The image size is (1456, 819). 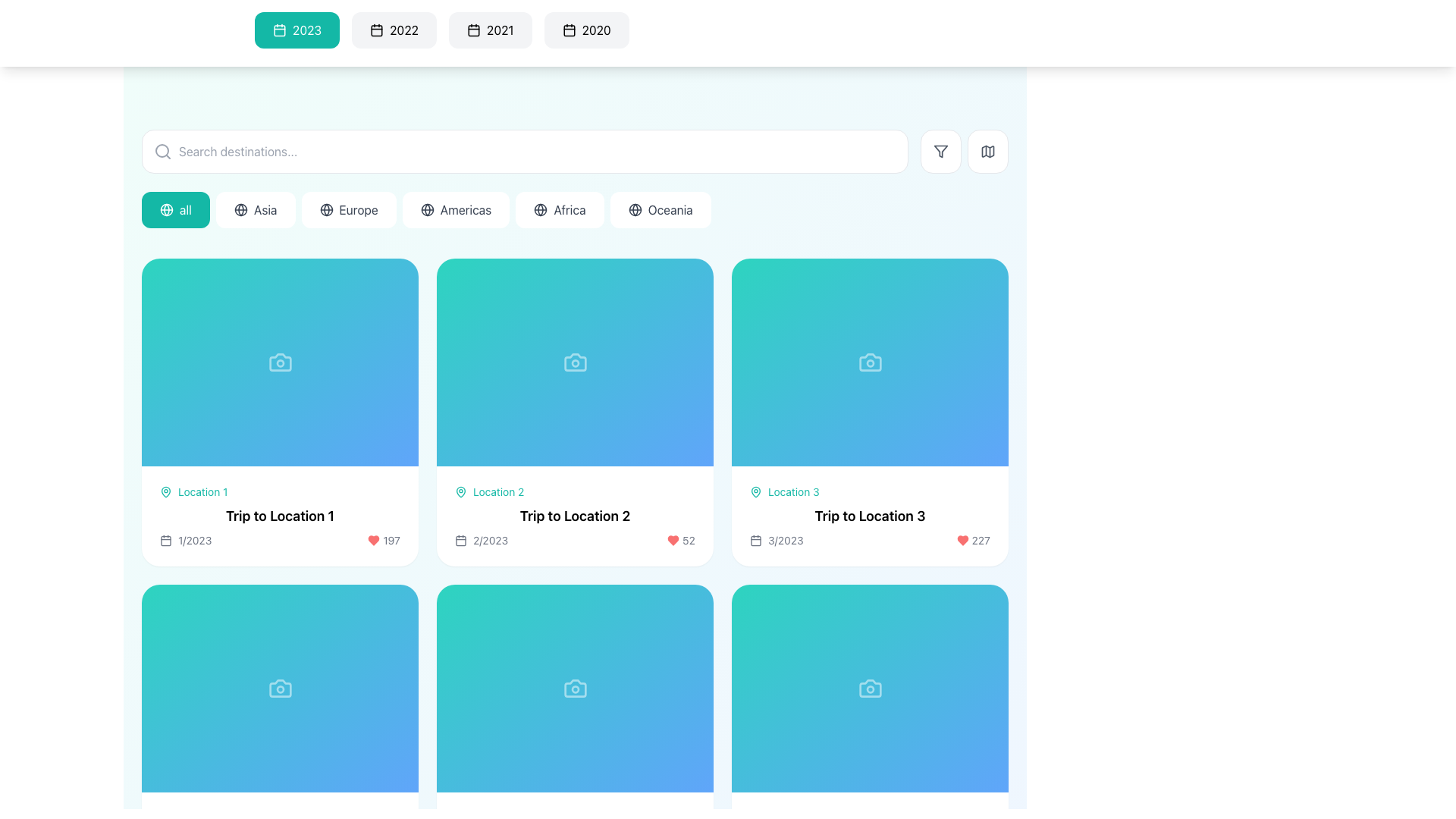 I want to click on the bold text label that reads 'Trip to Location 2' located under the 'Location 2' heading in the second card of the destination cards to signify interest or for details, so click(x=574, y=515).